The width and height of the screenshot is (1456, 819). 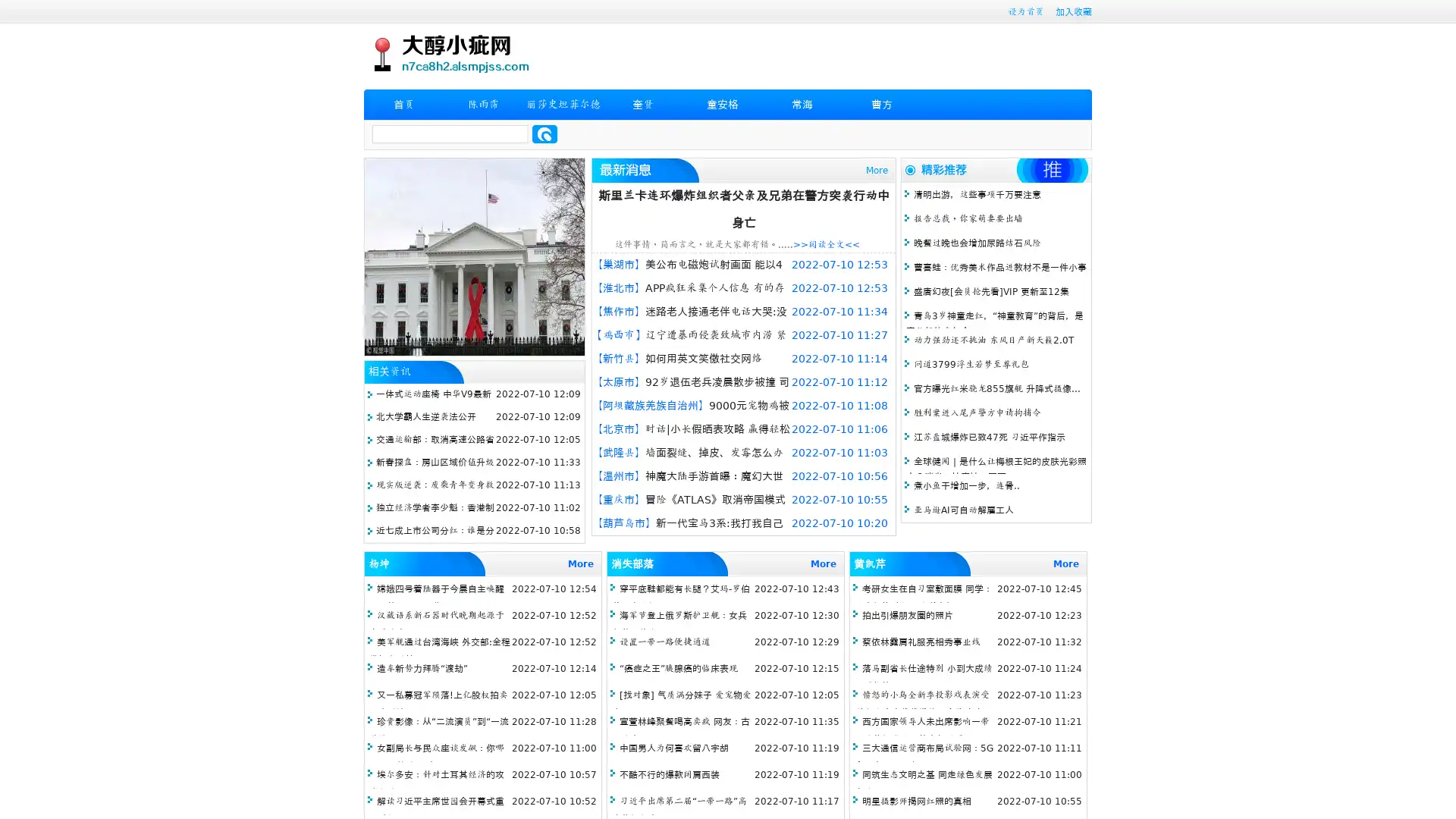 I want to click on Search, so click(x=544, y=133).